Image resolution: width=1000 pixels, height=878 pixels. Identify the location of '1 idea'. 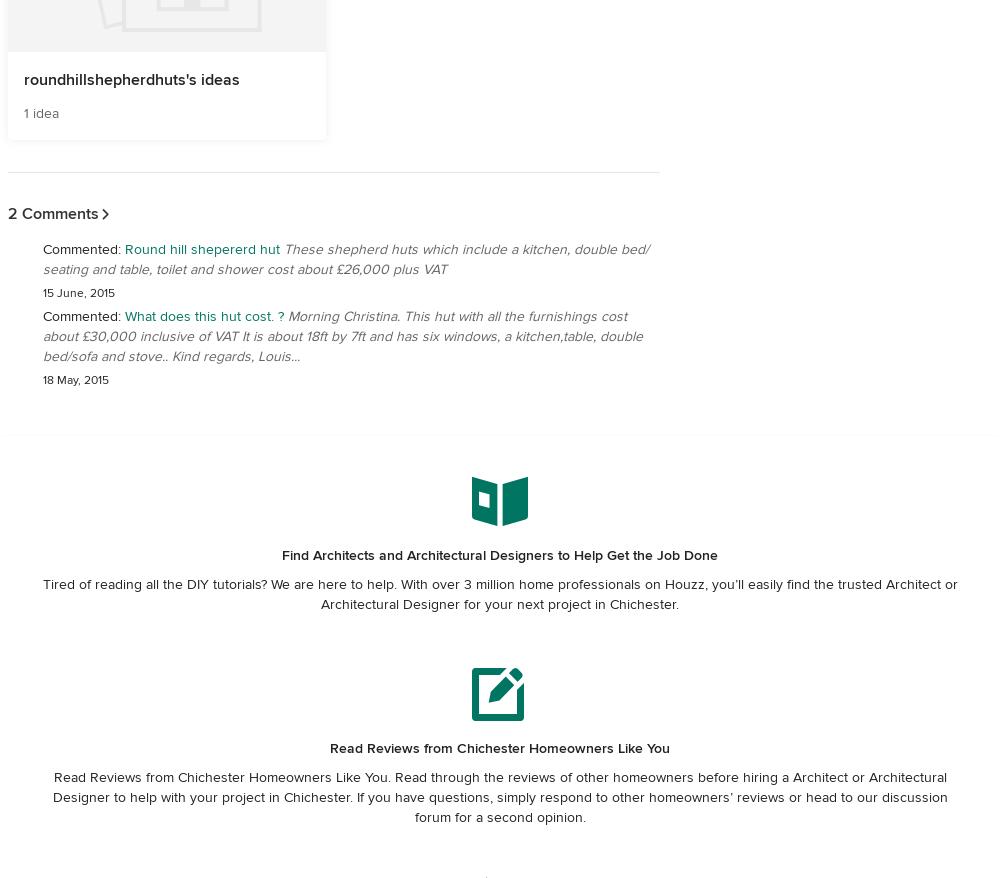
(24, 111).